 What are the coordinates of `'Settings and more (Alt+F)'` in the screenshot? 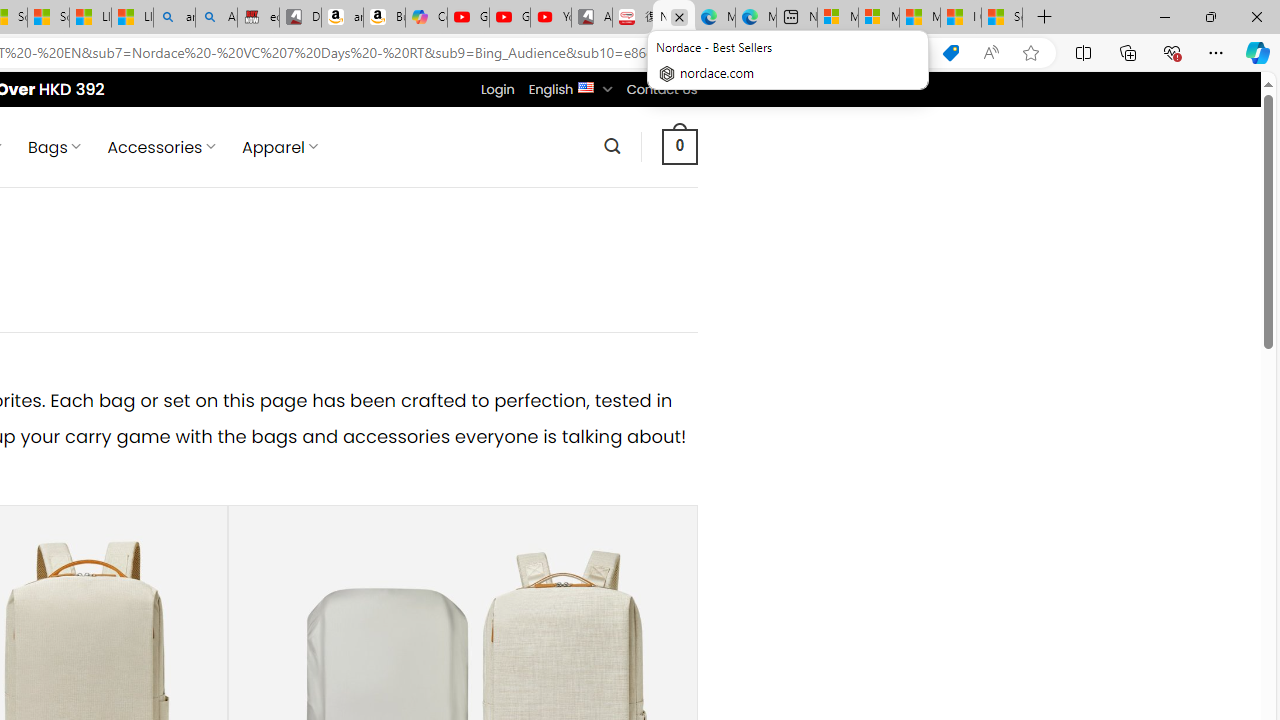 It's located at (1215, 51).